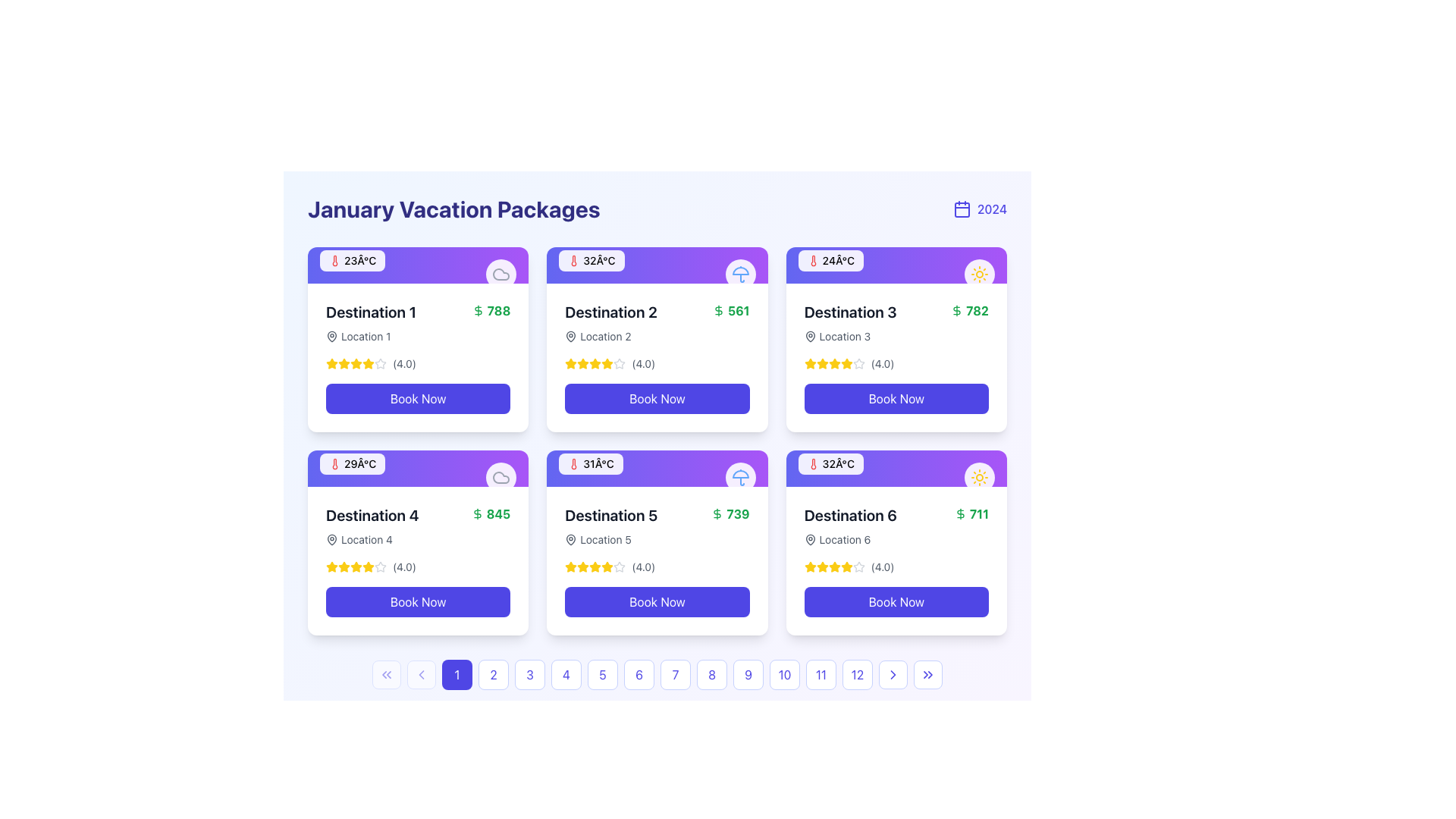 This screenshot has height=819, width=1456. Describe the element at coordinates (846, 566) in the screenshot. I see `the third star icon in the rating system located within the card labeled 'Destination 6'` at that location.